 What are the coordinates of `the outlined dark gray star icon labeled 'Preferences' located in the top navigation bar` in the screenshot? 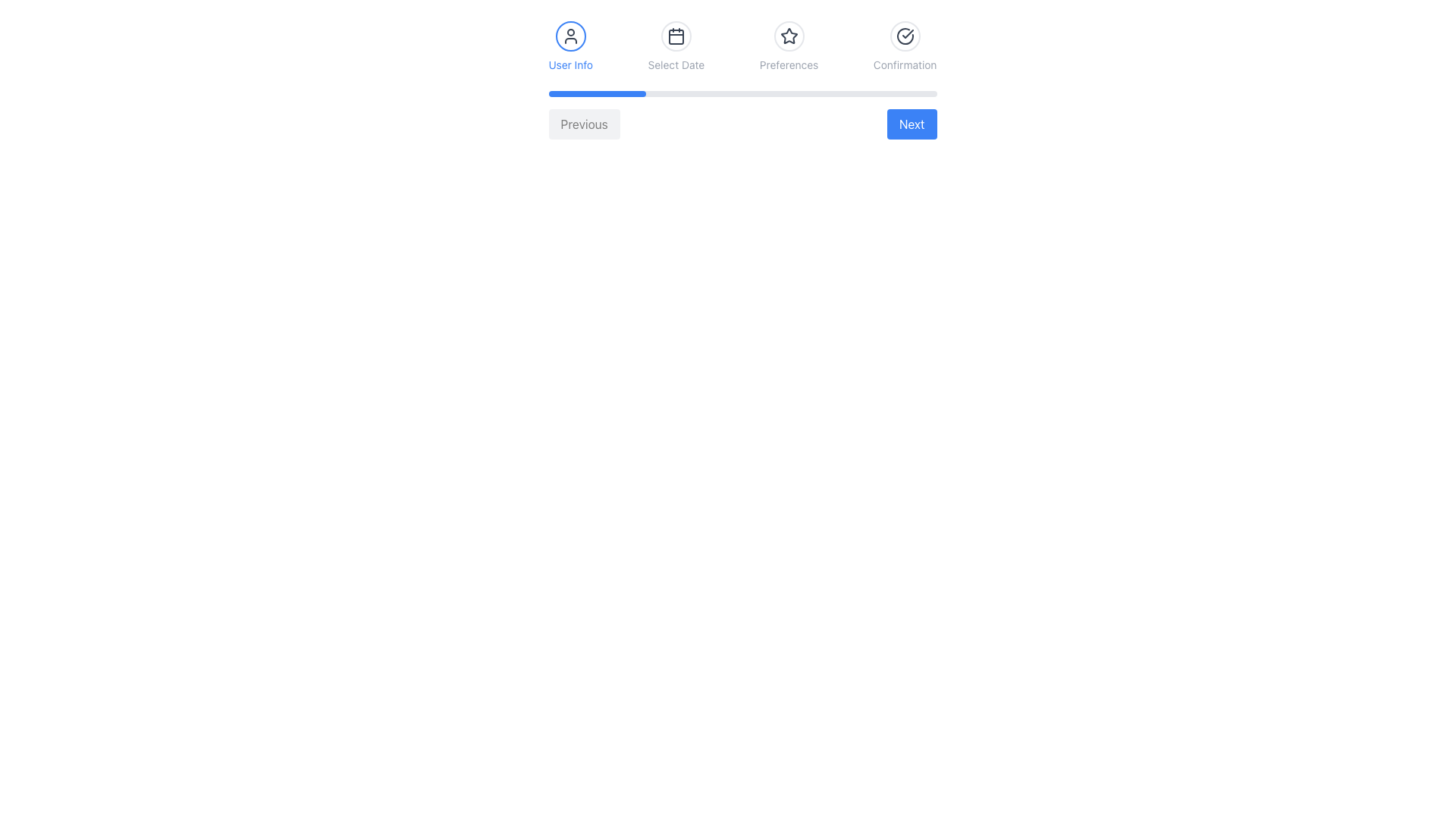 It's located at (789, 35).